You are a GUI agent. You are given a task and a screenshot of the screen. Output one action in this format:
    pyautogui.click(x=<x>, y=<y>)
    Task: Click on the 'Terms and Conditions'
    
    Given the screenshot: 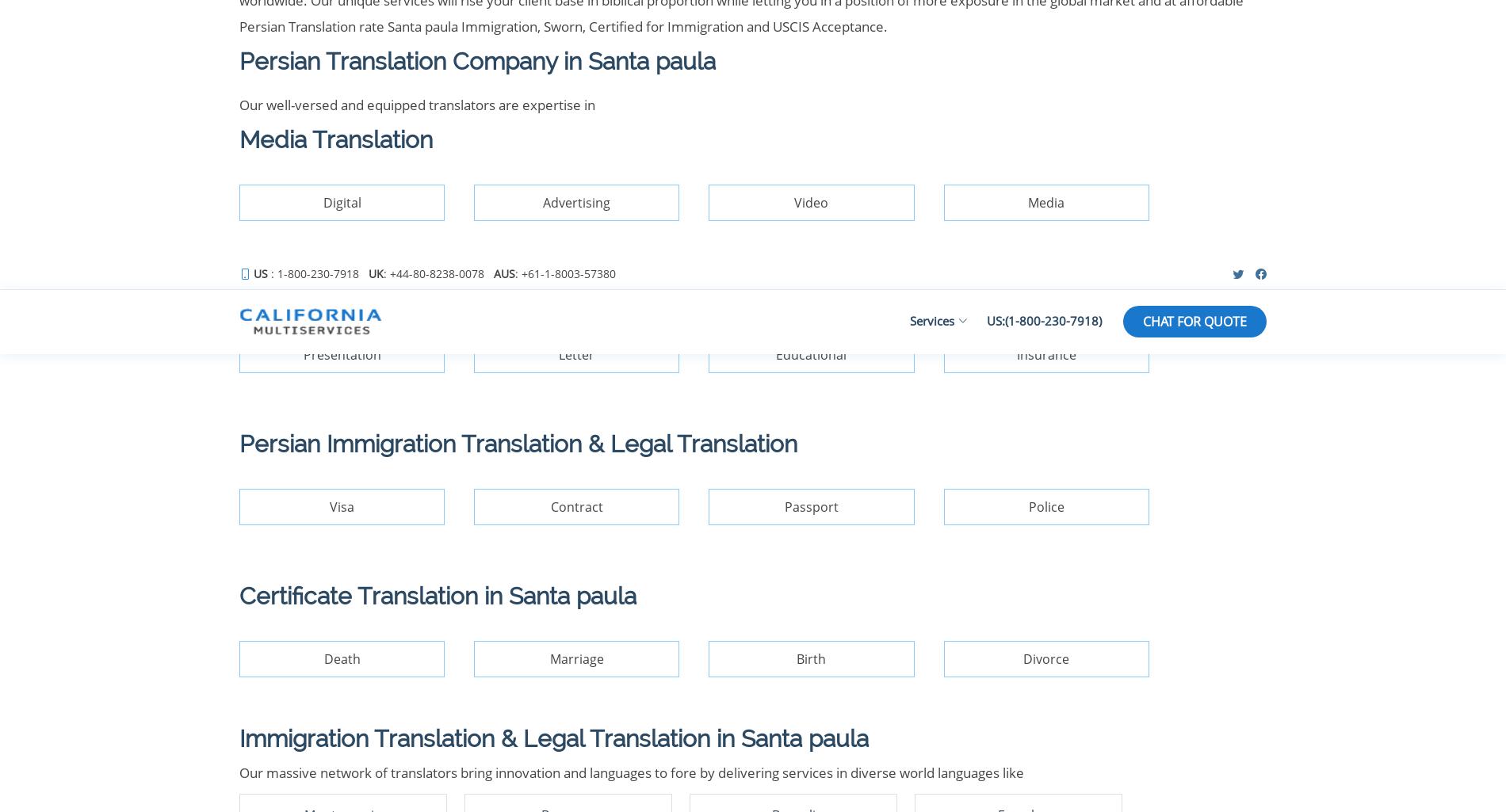 What is the action you would take?
    pyautogui.click(x=487, y=311)
    